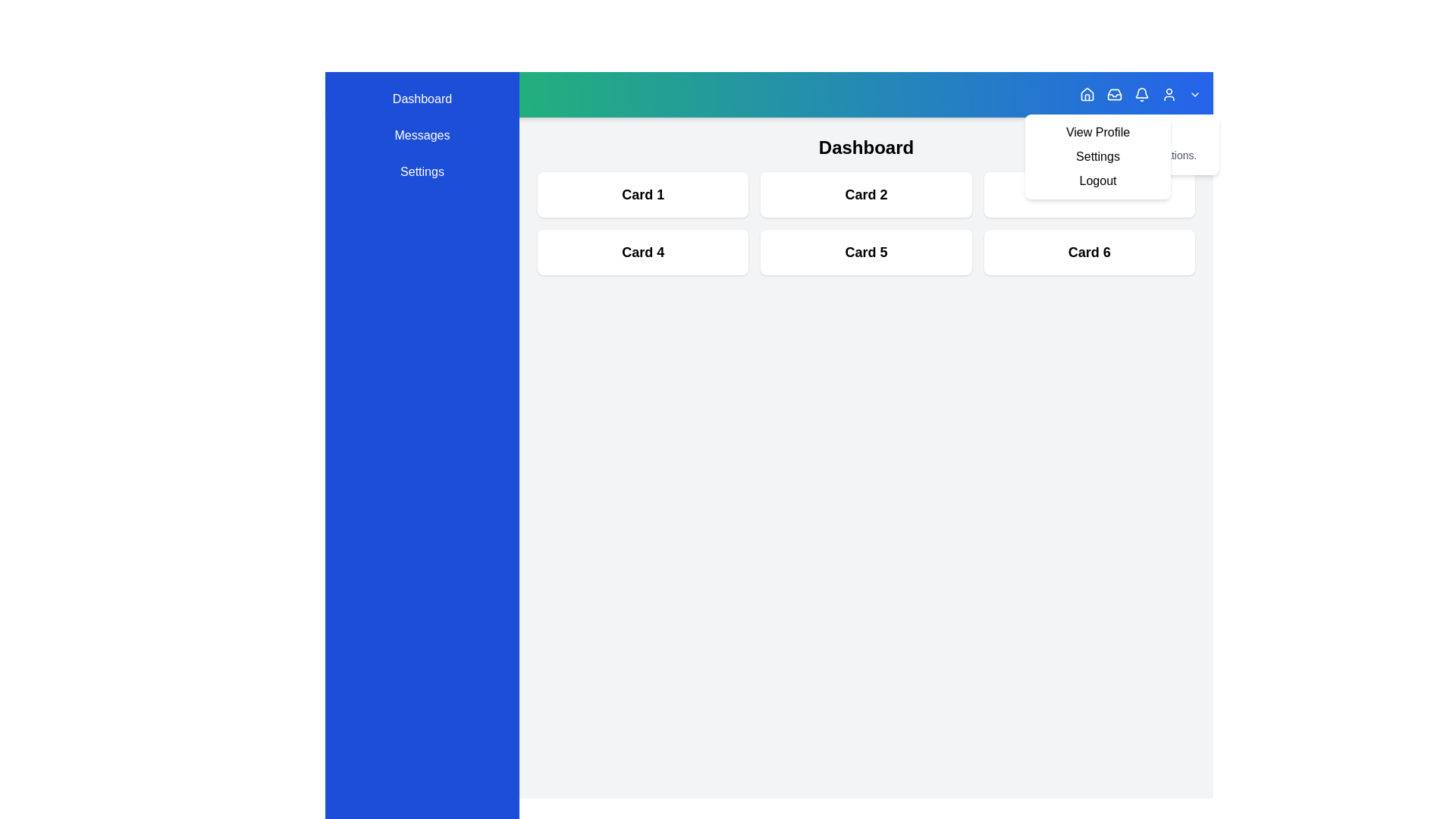 This screenshot has height=819, width=1456. What do you see at coordinates (866, 223) in the screenshot?
I see `the card component in the grid layout under the 'Dashboard' title` at bounding box center [866, 223].